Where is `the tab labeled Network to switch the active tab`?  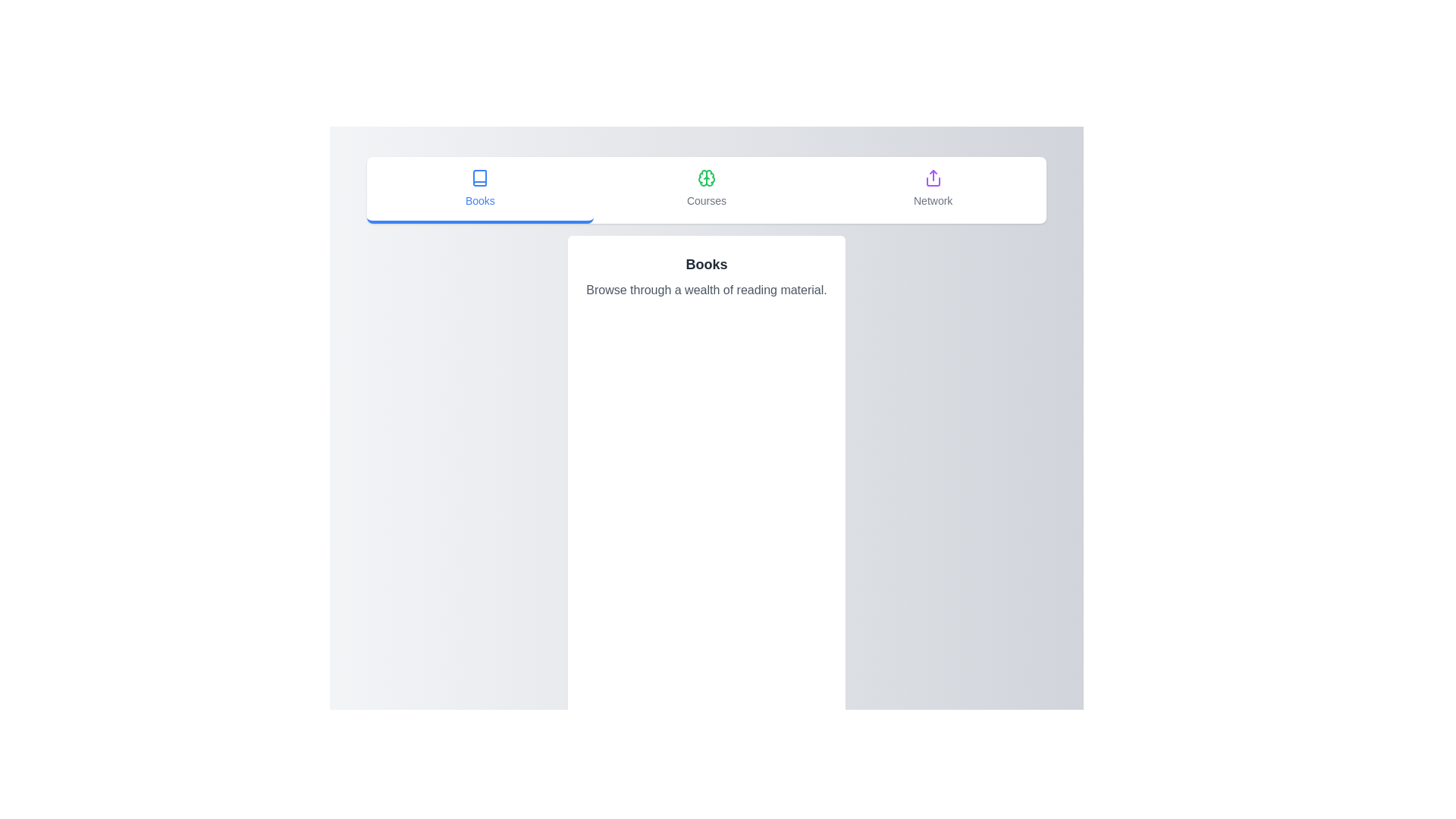 the tab labeled Network to switch the active tab is located at coordinates (932, 189).